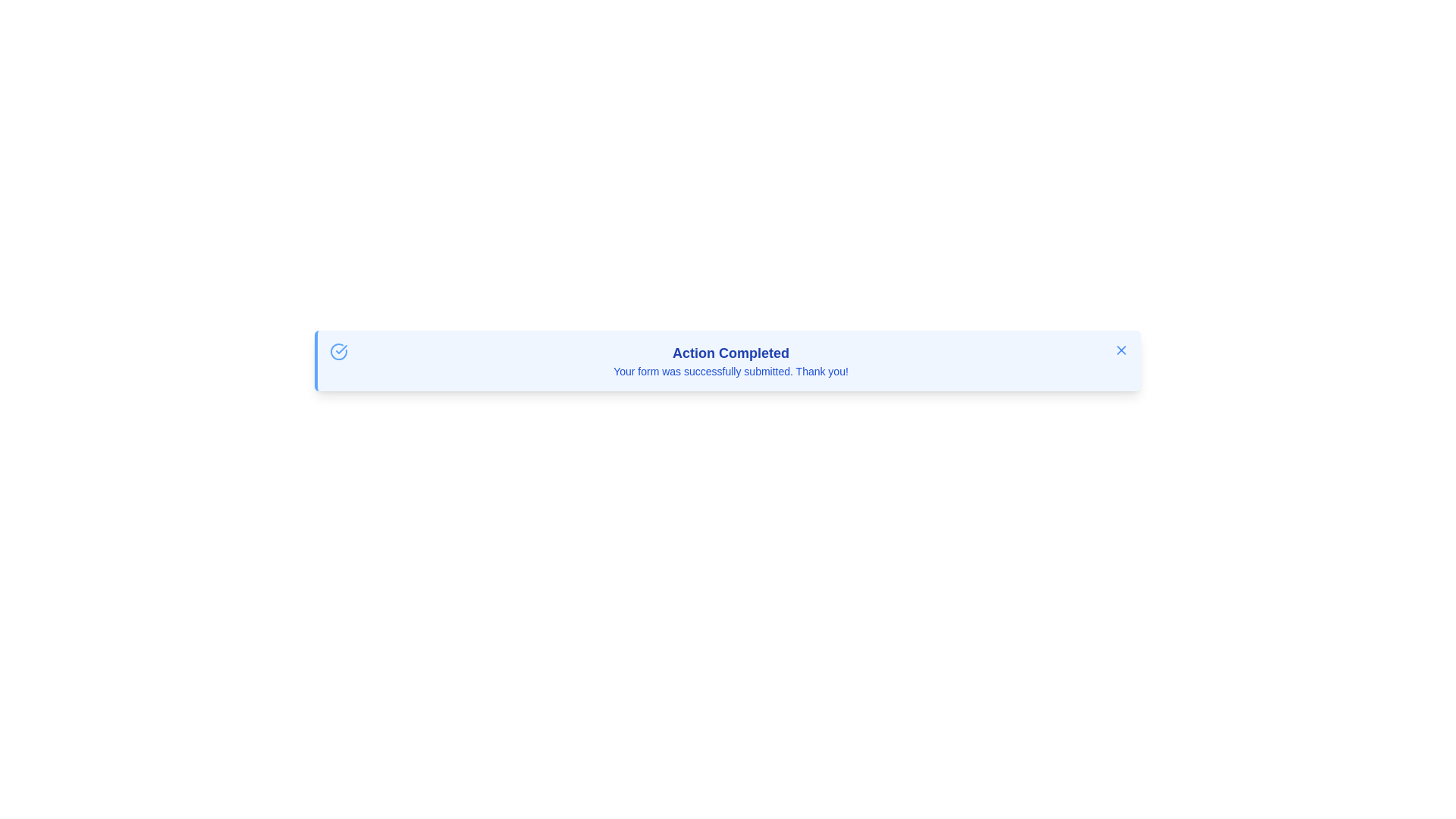 This screenshot has width=1456, height=819. What do you see at coordinates (731, 371) in the screenshot?
I see `confirmation message text label displaying 'Your form was successfully submitted. Thank you!' located below the heading 'Action Completed'` at bounding box center [731, 371].